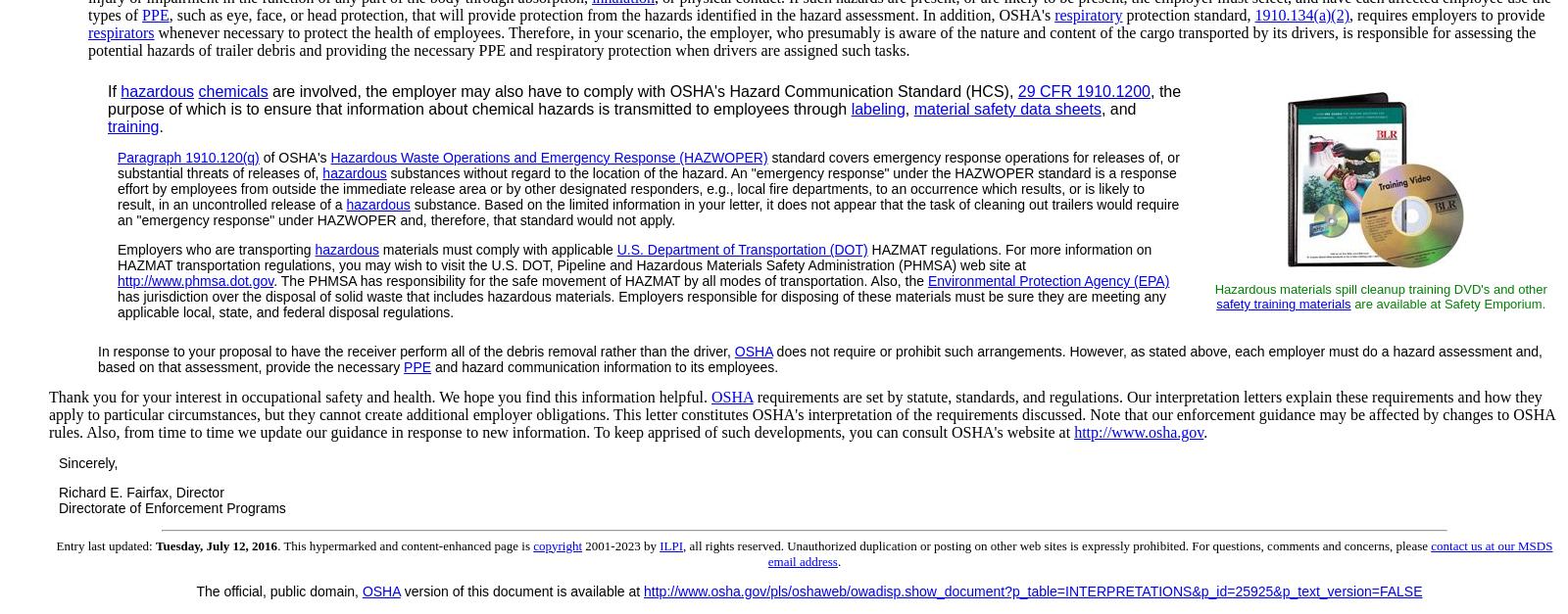 The height and width of the screenshot is (614, 1568). I want to click on 'contact us at our MSDS email address', so click(767, 552).